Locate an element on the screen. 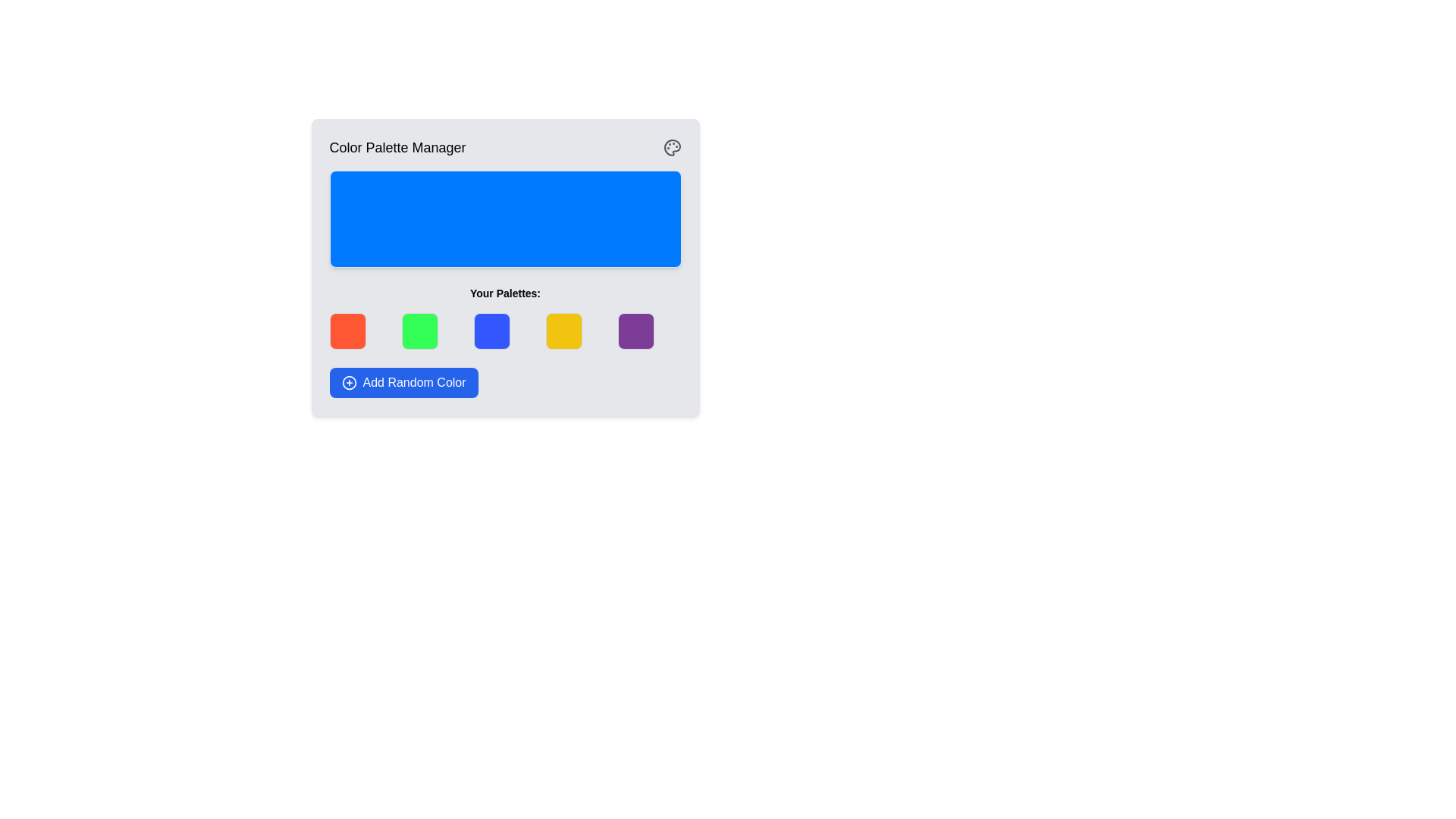 This screenshot has width=1456, height=819. the icon located on the left side inside the blue button labeled 'Add Random Color' to initiate the add action is located at coordinates (348, 382).